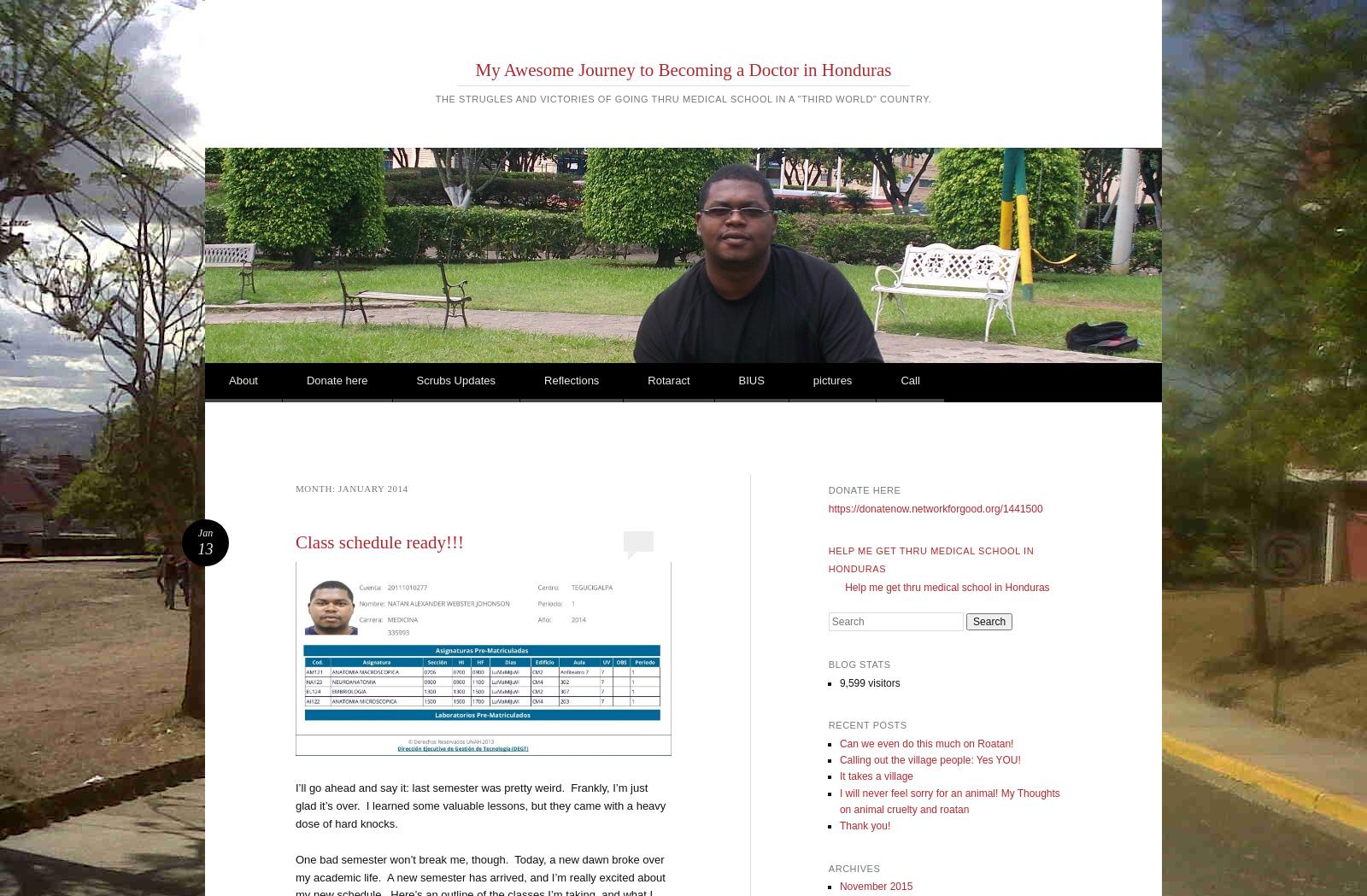  What do you see at coordinates (875, 775) in the screenshot?
I see `'It takes a village'` at bounding box center [875, 775].